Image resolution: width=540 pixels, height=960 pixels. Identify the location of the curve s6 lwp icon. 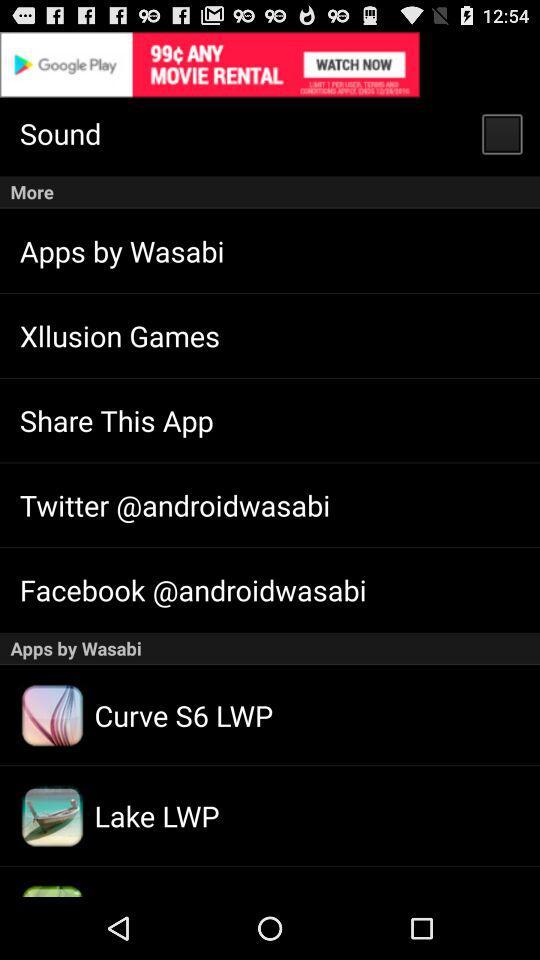
(52, 715).